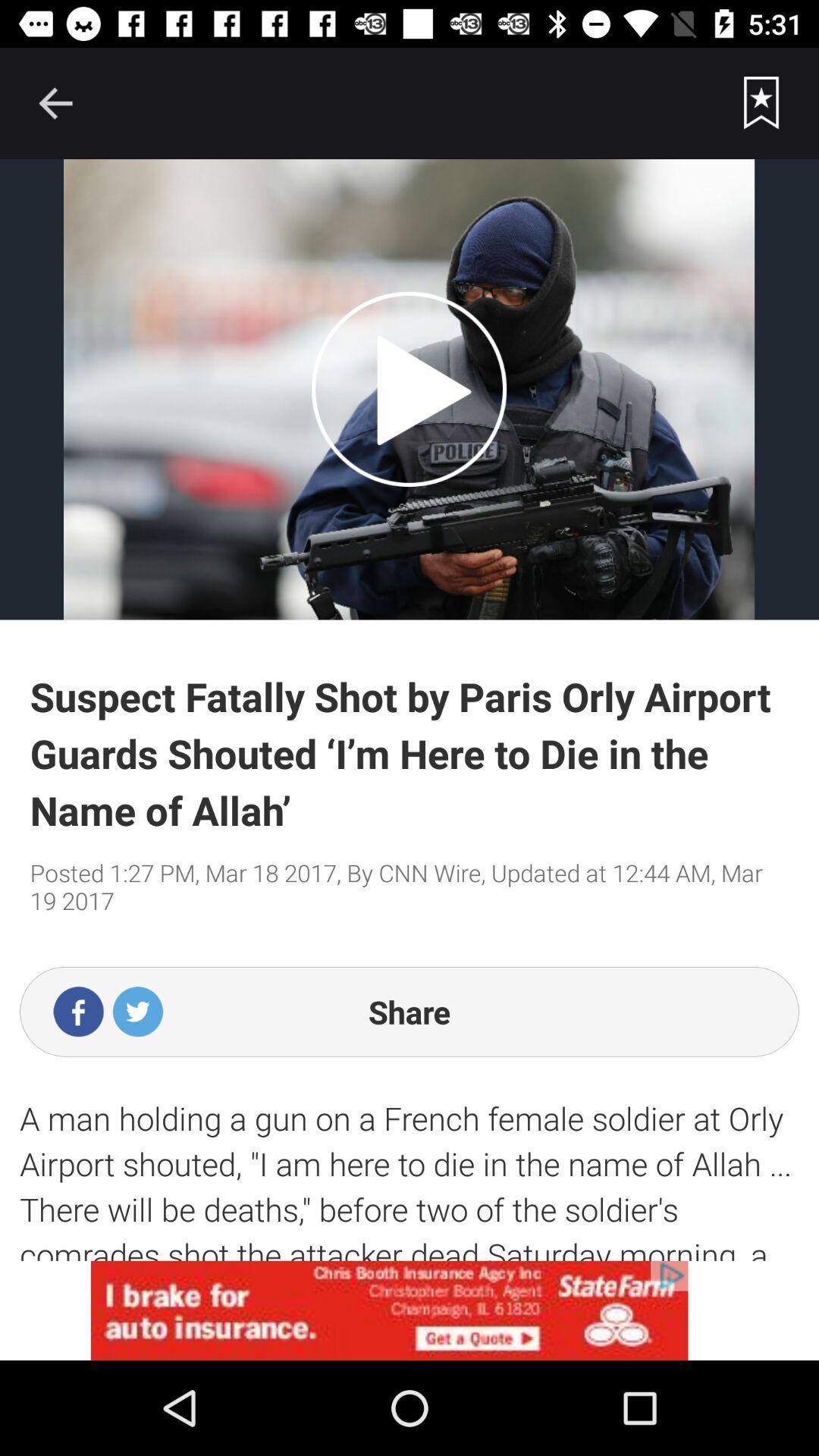 This screenshot has height=1456, width=819. Describe the element at coordinates (55, 102) in the screenshot. I see `the arrow_backward icon` at that location.